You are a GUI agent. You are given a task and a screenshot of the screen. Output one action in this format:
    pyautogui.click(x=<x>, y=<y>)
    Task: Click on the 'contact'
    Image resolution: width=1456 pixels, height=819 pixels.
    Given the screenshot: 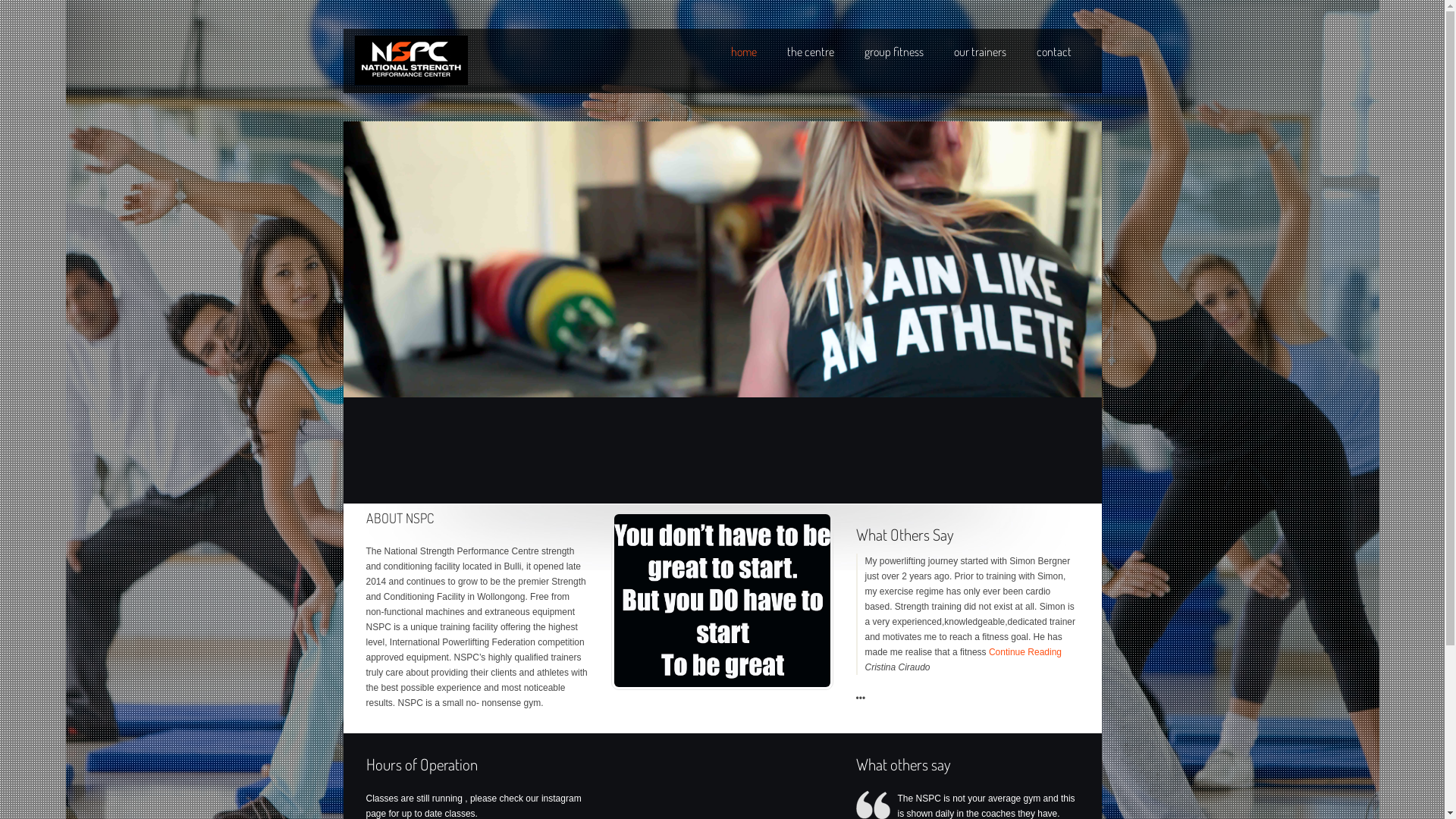 What is the action you would take?
    pyautogui.click(x=1052, y=51)
    